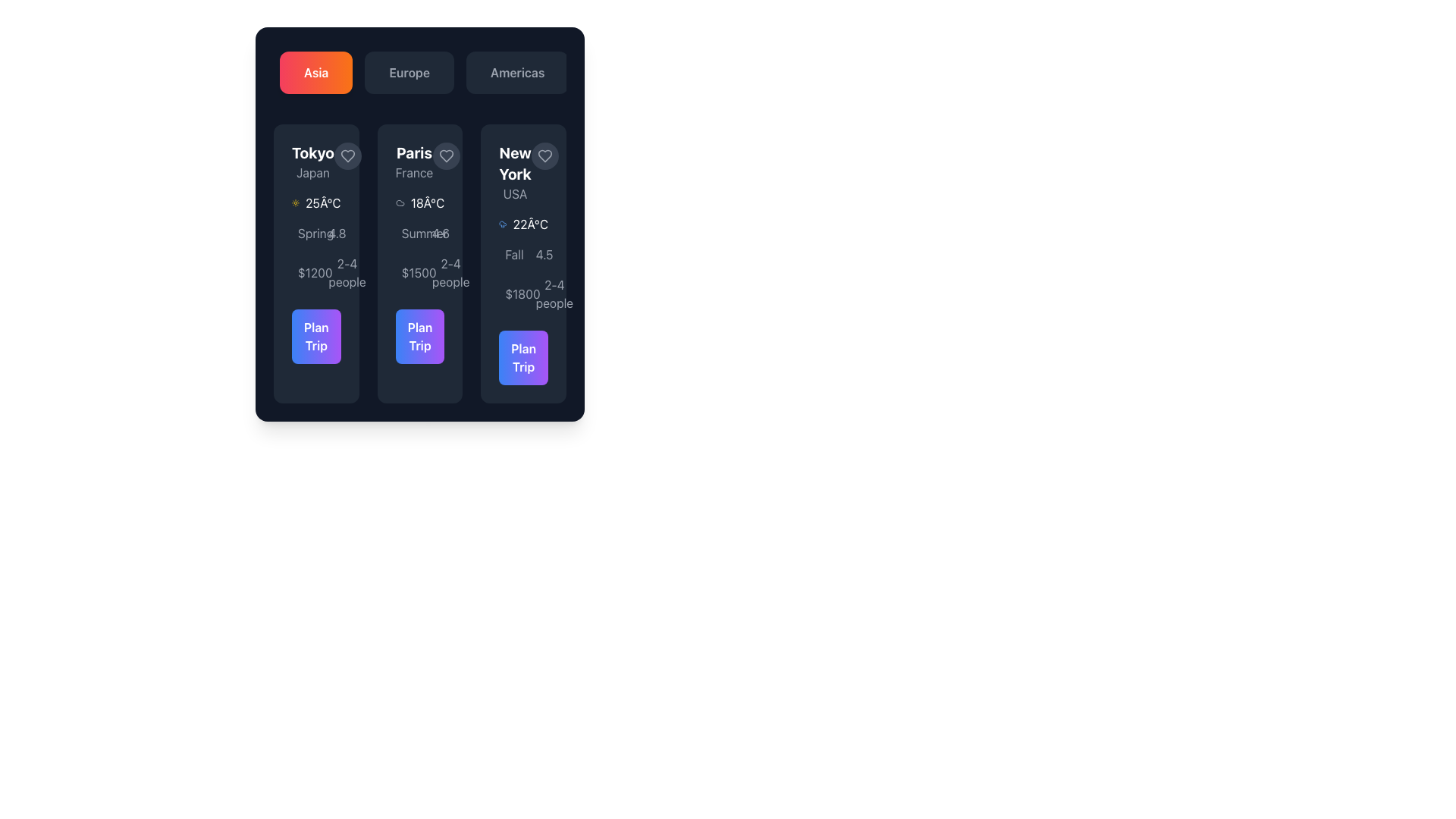 The width and height of the screenshot is (1456, 819). Describe the element at coordinates (331, 271) in the screenshot. I see `the text label displaying '2-4 people' which is located under the price '$1200' in the 'Tokyo' card, above the 'Plan Trip' button` at that location.